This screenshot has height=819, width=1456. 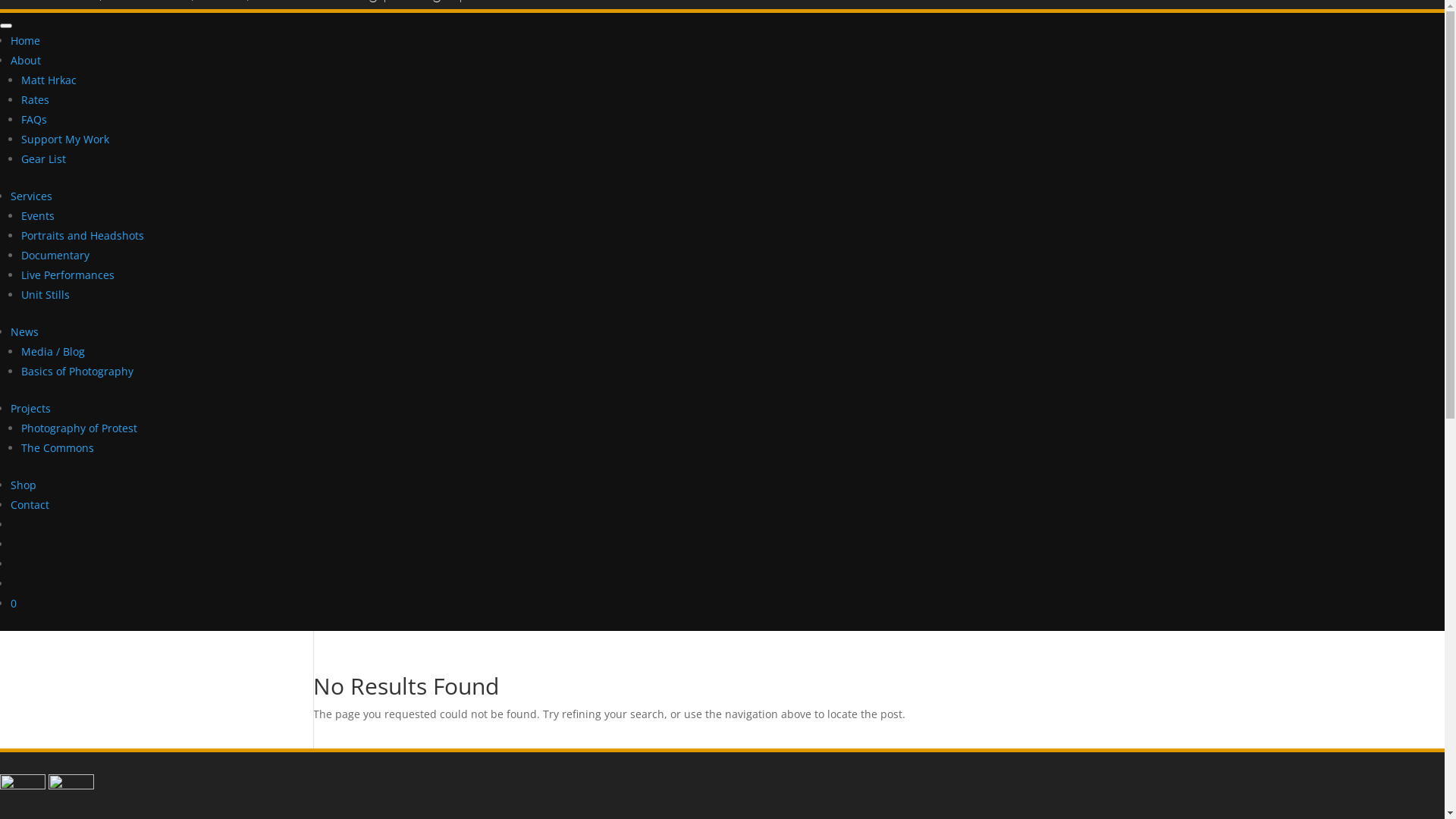 I want to click on 'Portraits and Headshots', so click(x=82, y=235).